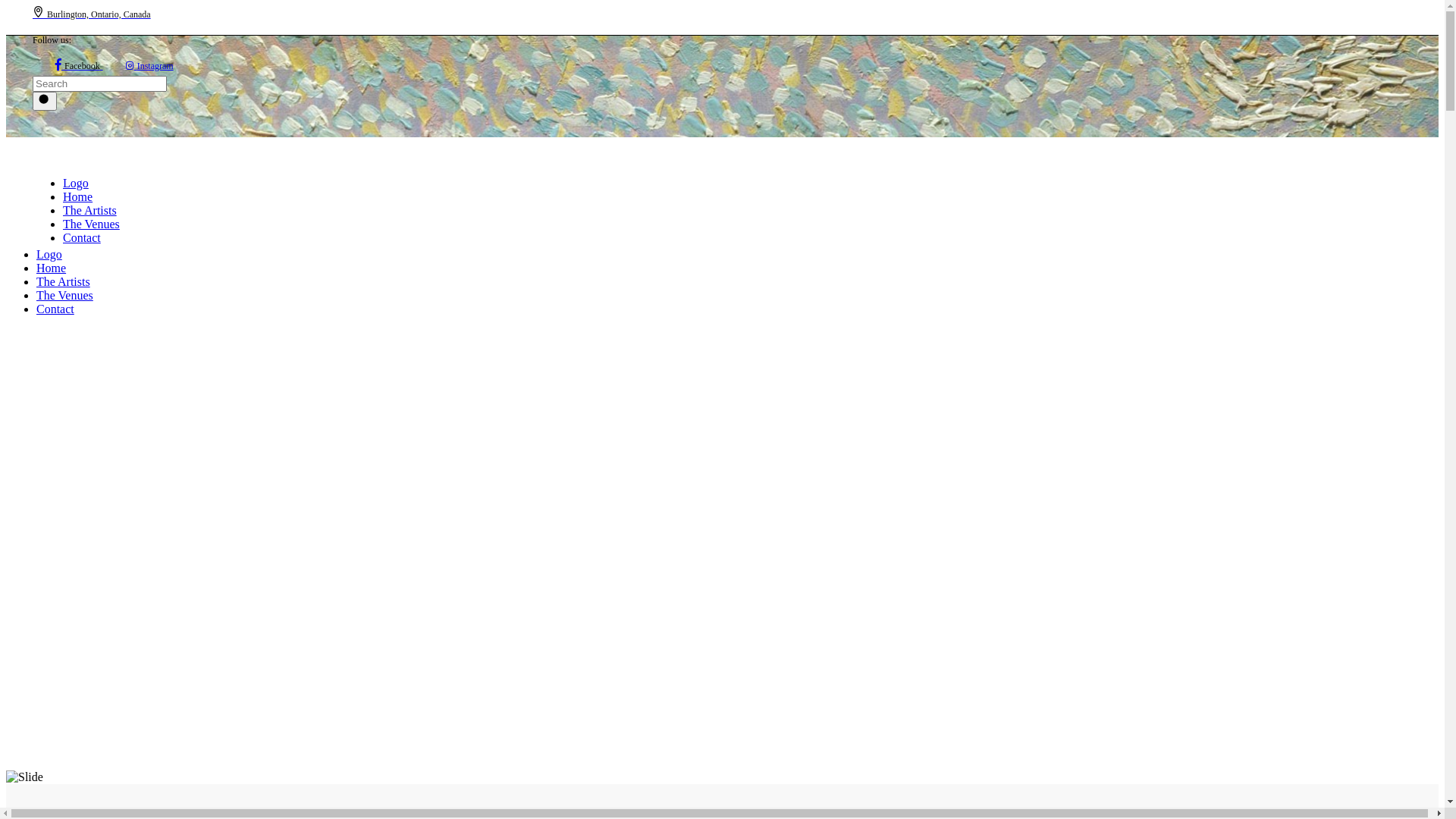 This screenshot has height=819, width=1456. Describe the element at coordinates (61, 210) in the screenshot. I see `'The Artists'` at that location.